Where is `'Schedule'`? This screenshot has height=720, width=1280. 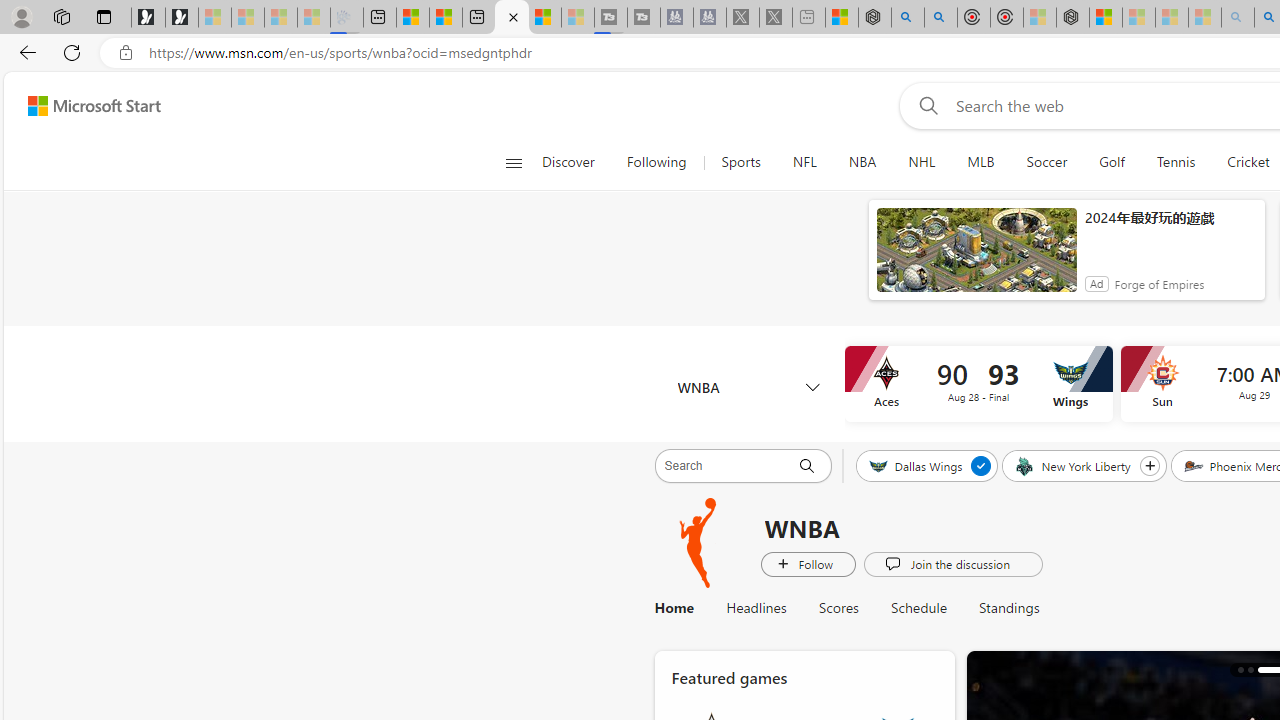 'Schedule' is located at coordinates (918, 607).